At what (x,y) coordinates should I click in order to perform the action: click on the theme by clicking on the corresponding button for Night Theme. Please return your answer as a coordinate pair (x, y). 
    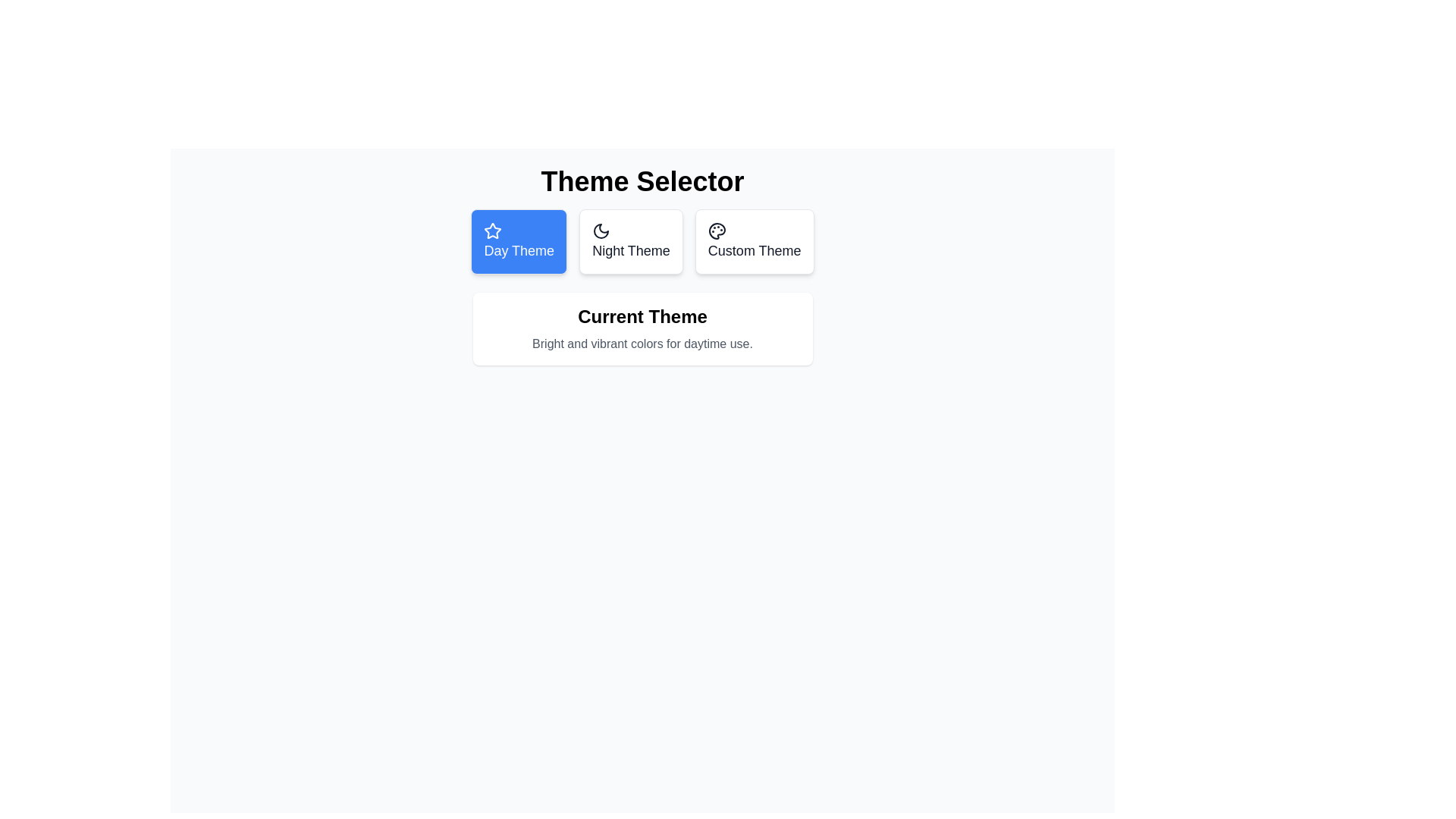
    Looking at the image, I should click on (631, 241).